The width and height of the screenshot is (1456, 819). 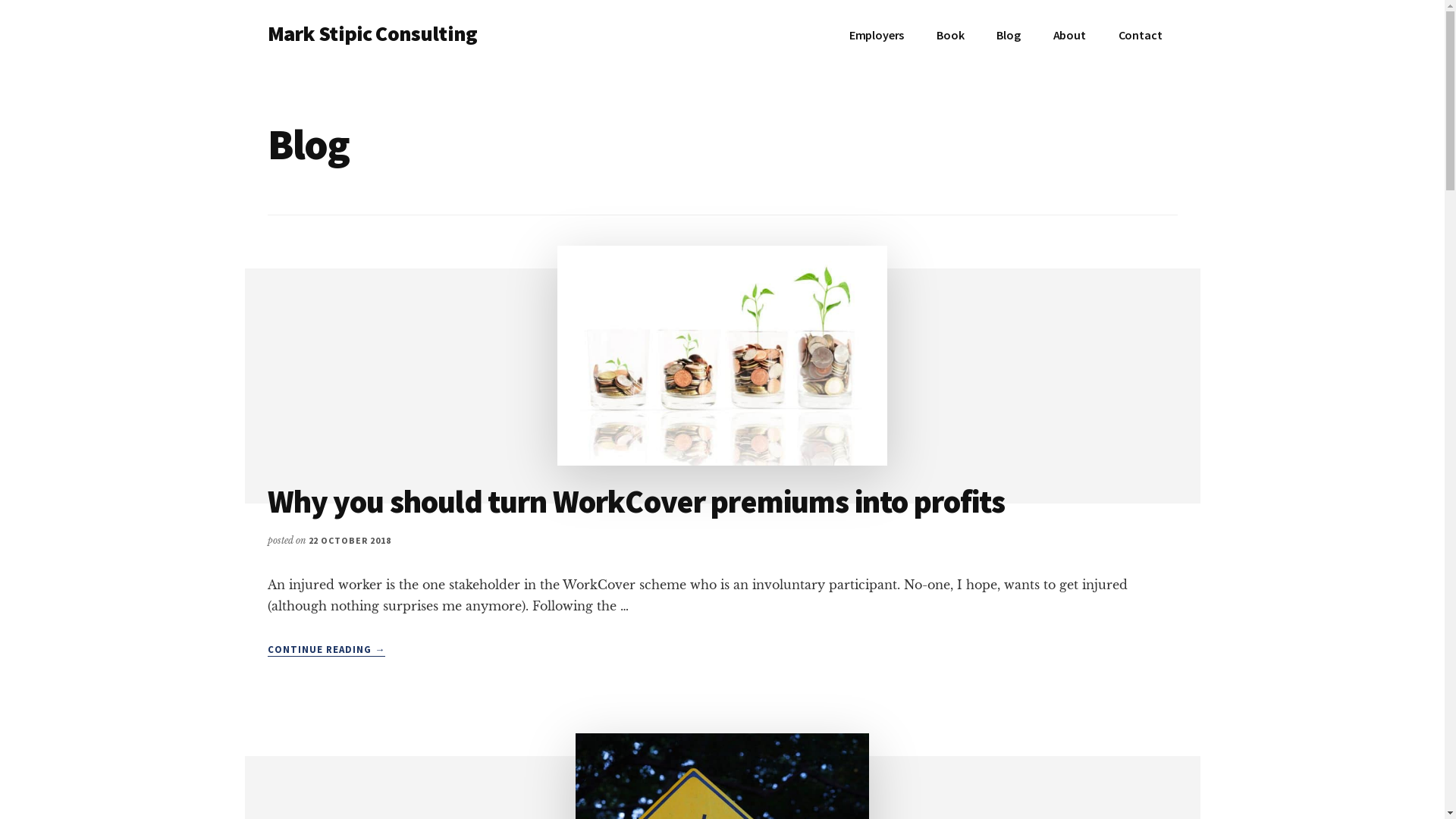 I want to click on 'Blog', so click(x=1008, y=34).